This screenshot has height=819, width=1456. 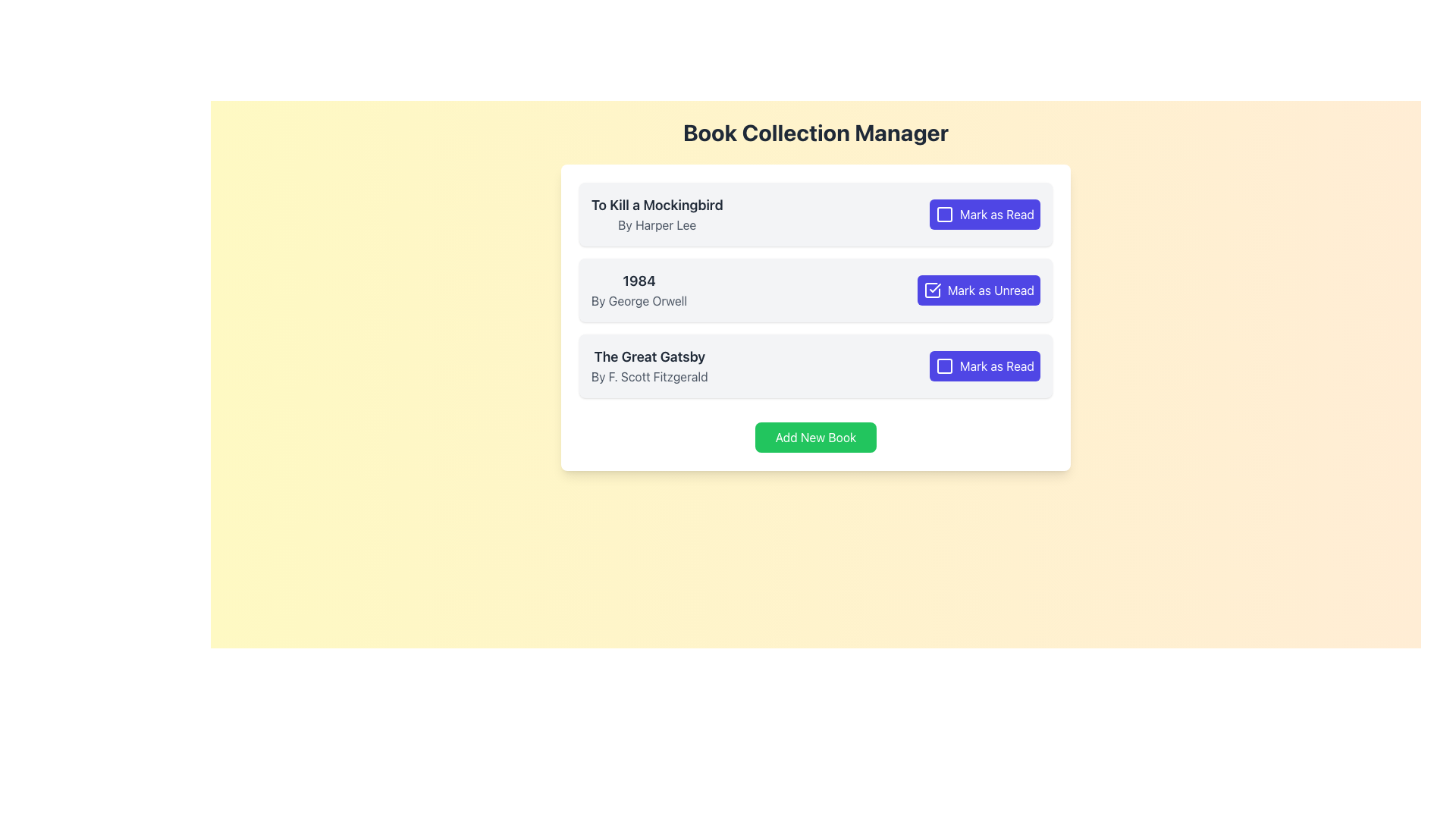 What do you see at coordinates (657, 225) in the screenshot?
I see `the Text Label that displays the author's name for 'To Kill a Mockingbird', located below the main title in the first card of the book list` at bounding box center [657, 225].